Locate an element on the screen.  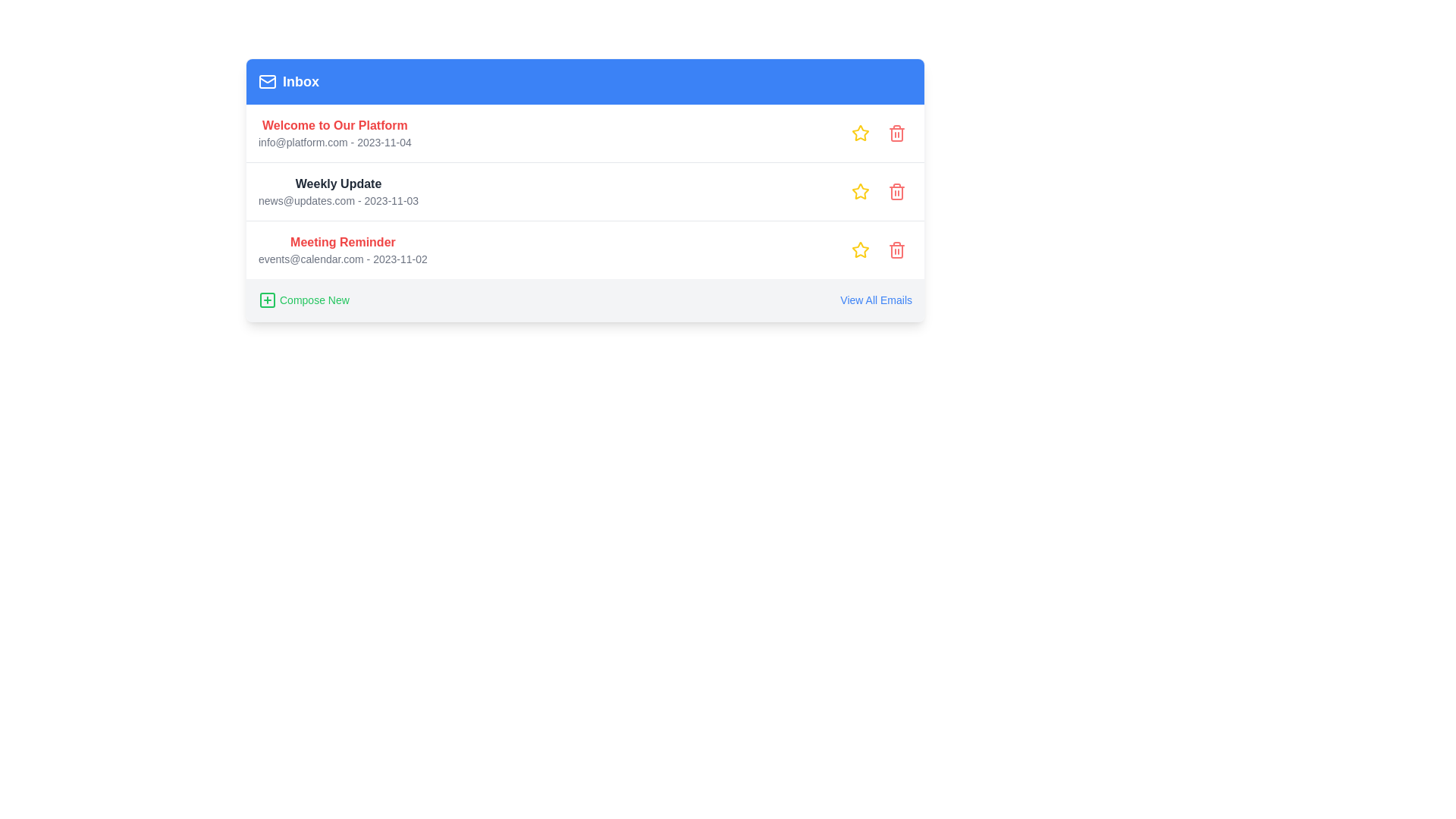
on the second email panel labeled 'Weekly Update' containing the email 'news@updates.com' is located at coordinates (585, 191).